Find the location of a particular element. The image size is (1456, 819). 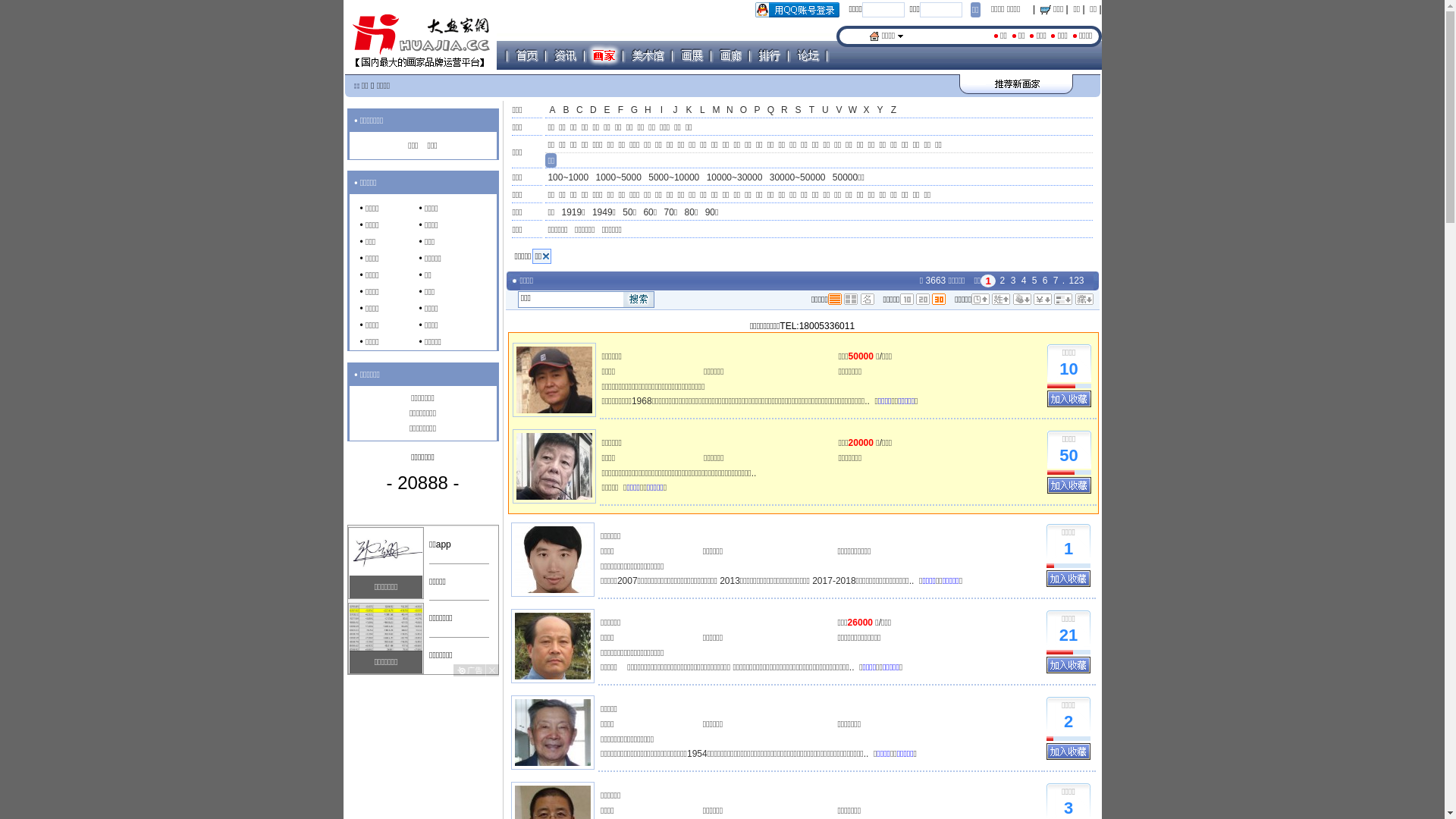

'Q' is located at coordinates (770, 110).